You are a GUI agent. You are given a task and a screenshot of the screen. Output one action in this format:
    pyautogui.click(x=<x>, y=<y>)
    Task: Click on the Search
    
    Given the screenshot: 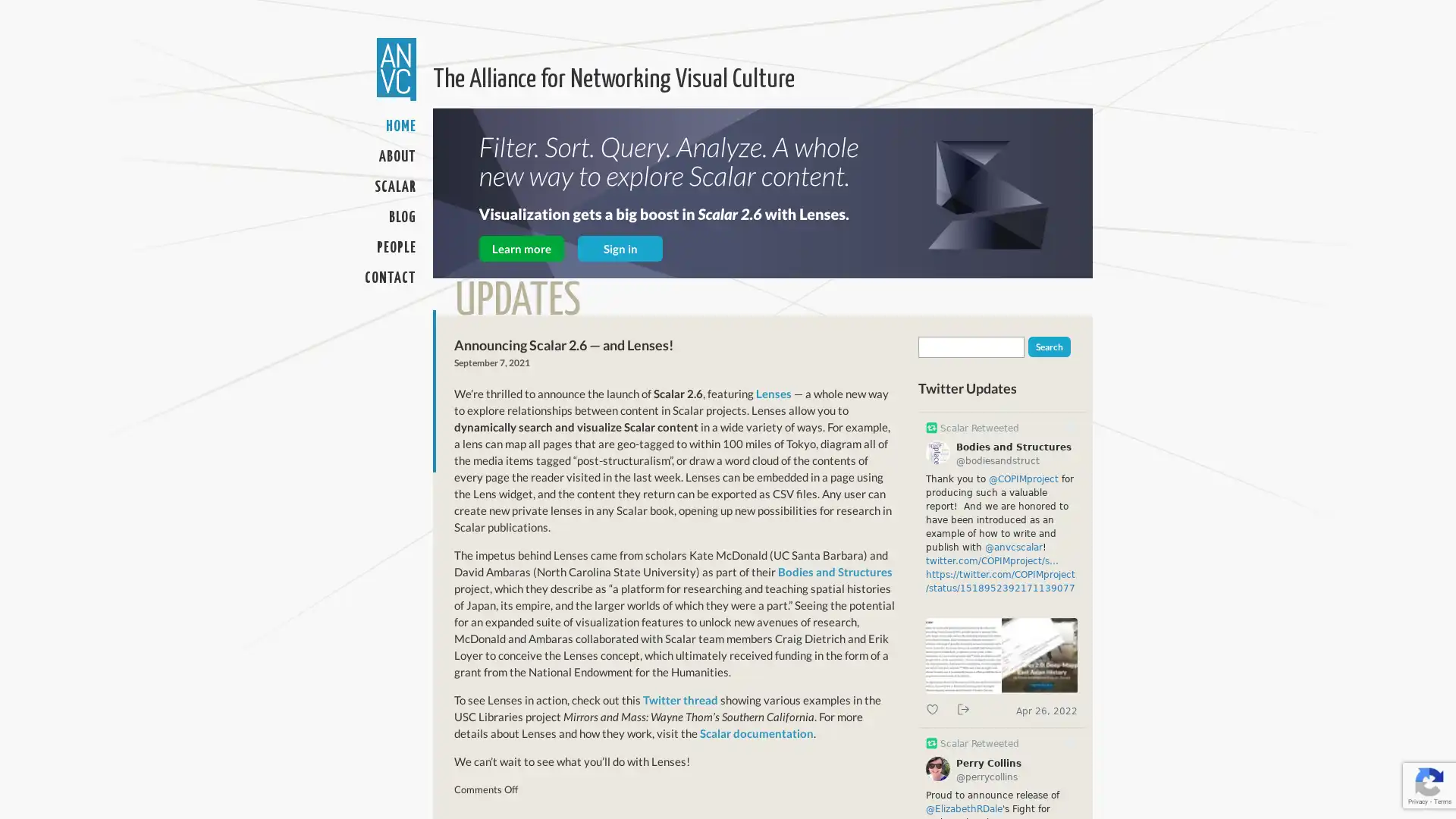 What is the action you would take?
    pyautogui.click(x=1048, y=347)
    